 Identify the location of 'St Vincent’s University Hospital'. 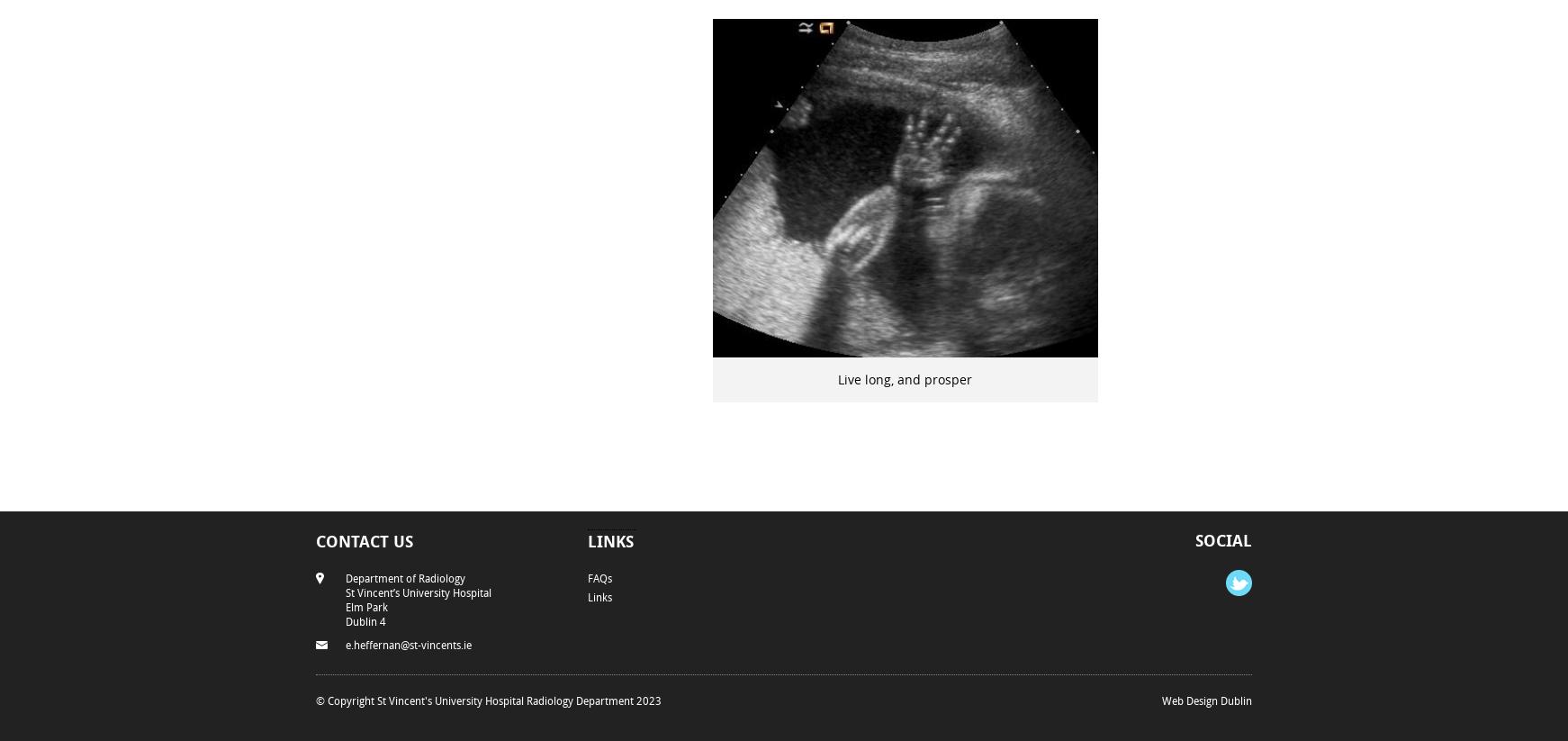
(418, 592).